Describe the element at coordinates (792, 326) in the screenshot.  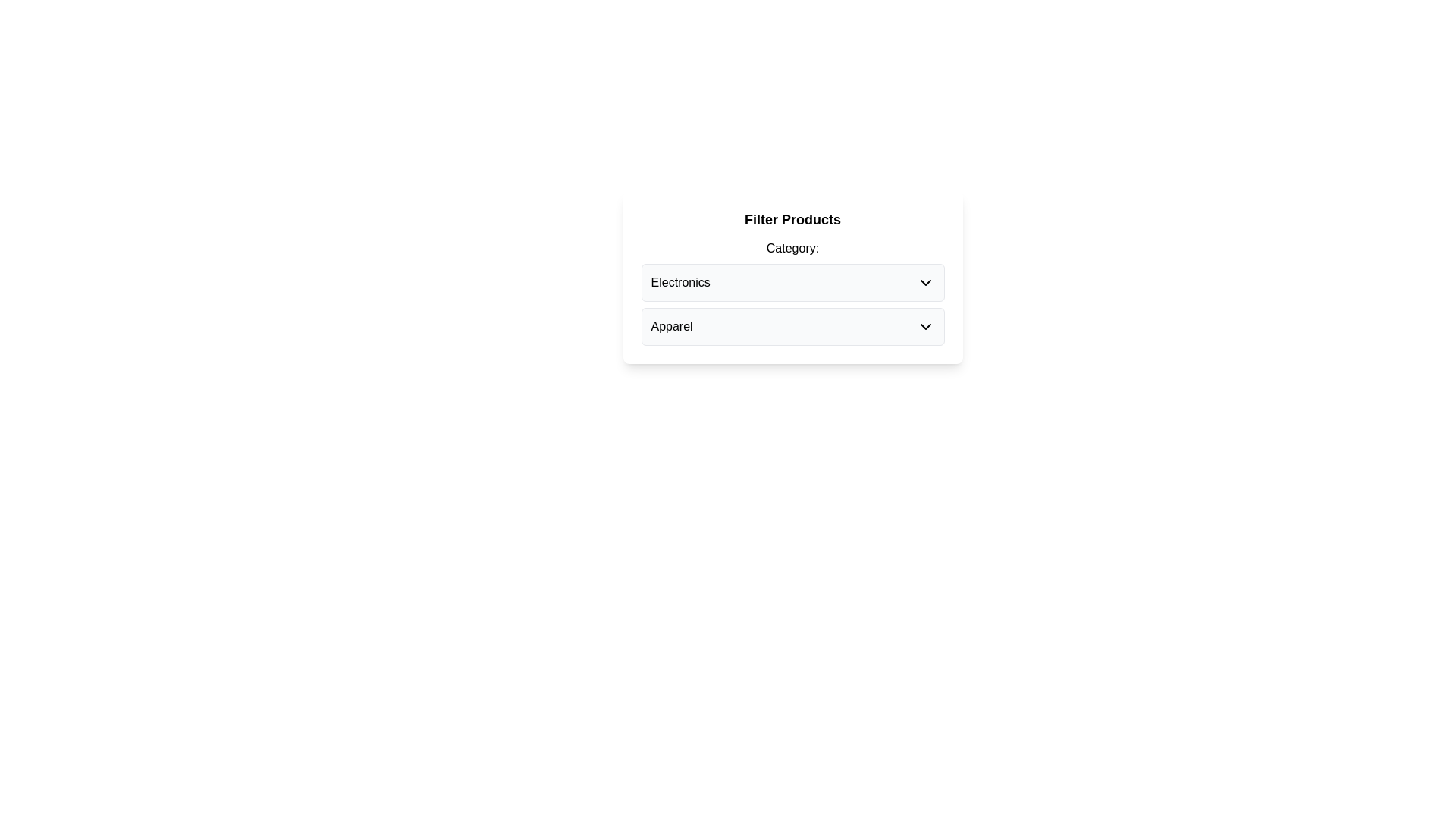
I see `the Dropdown button located below the 'Electronics' category` at that location.